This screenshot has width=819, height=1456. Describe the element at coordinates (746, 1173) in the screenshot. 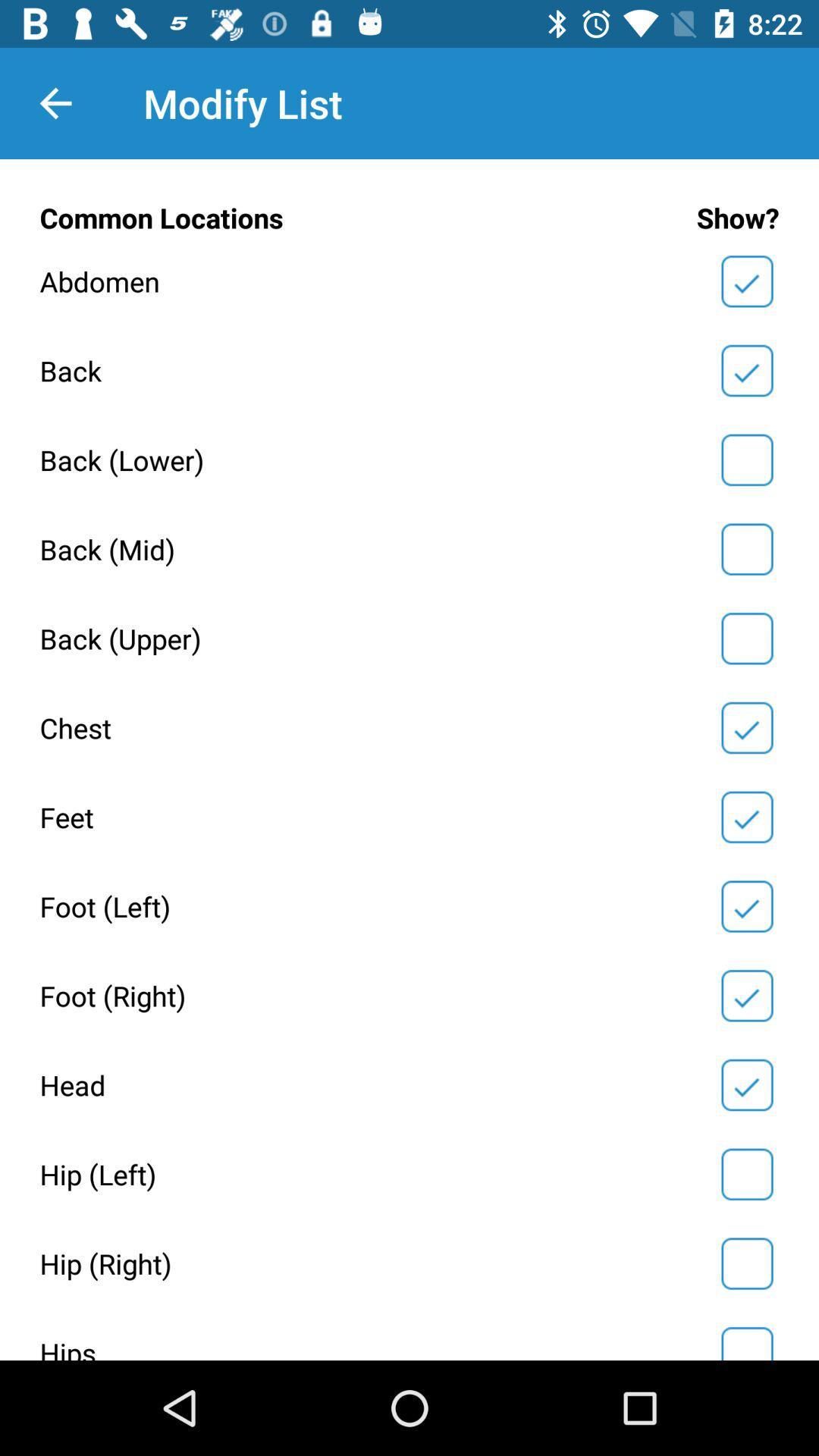

I see `show hip left` at that location.